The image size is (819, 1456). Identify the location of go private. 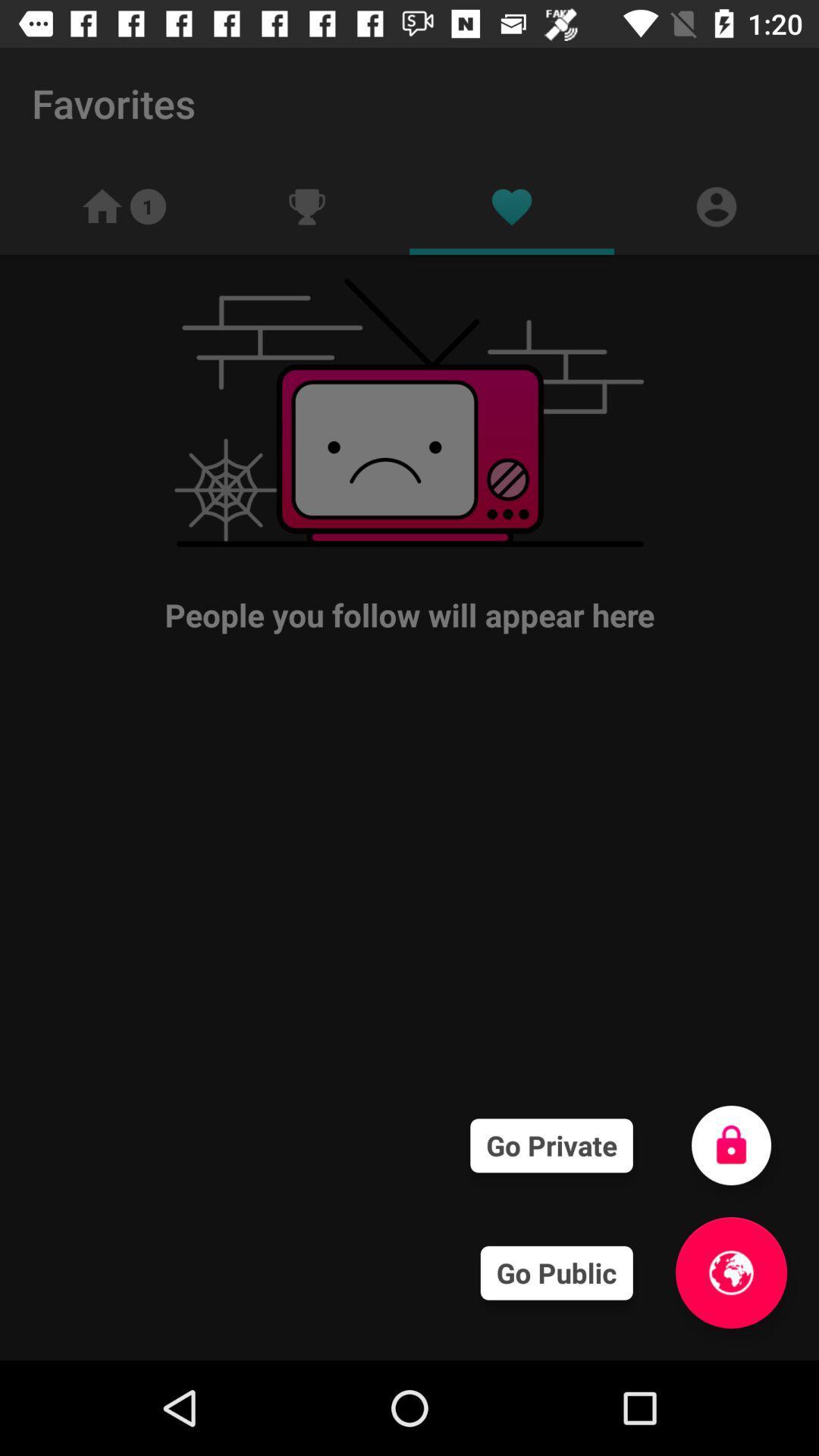
(730, 1145).